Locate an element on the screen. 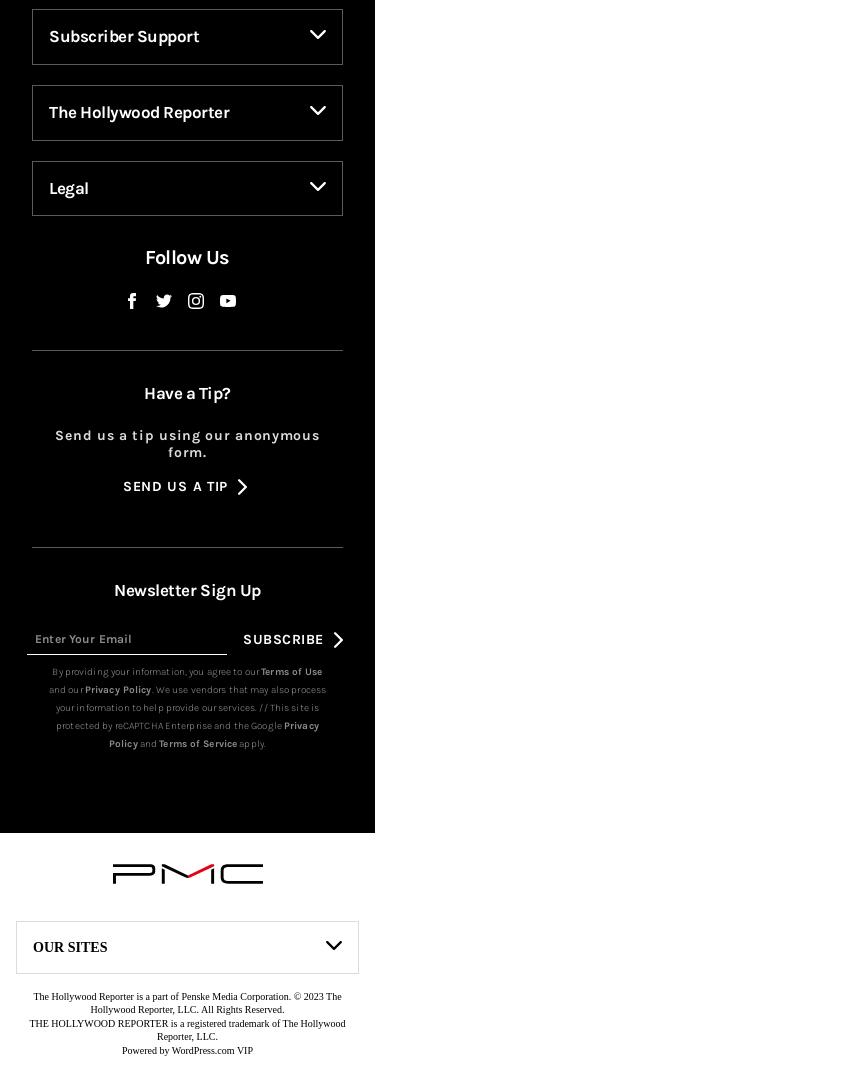 The width and height of the screenshot is (849, 1068). 'Terms of Use' is located at coordinates (260, 704).